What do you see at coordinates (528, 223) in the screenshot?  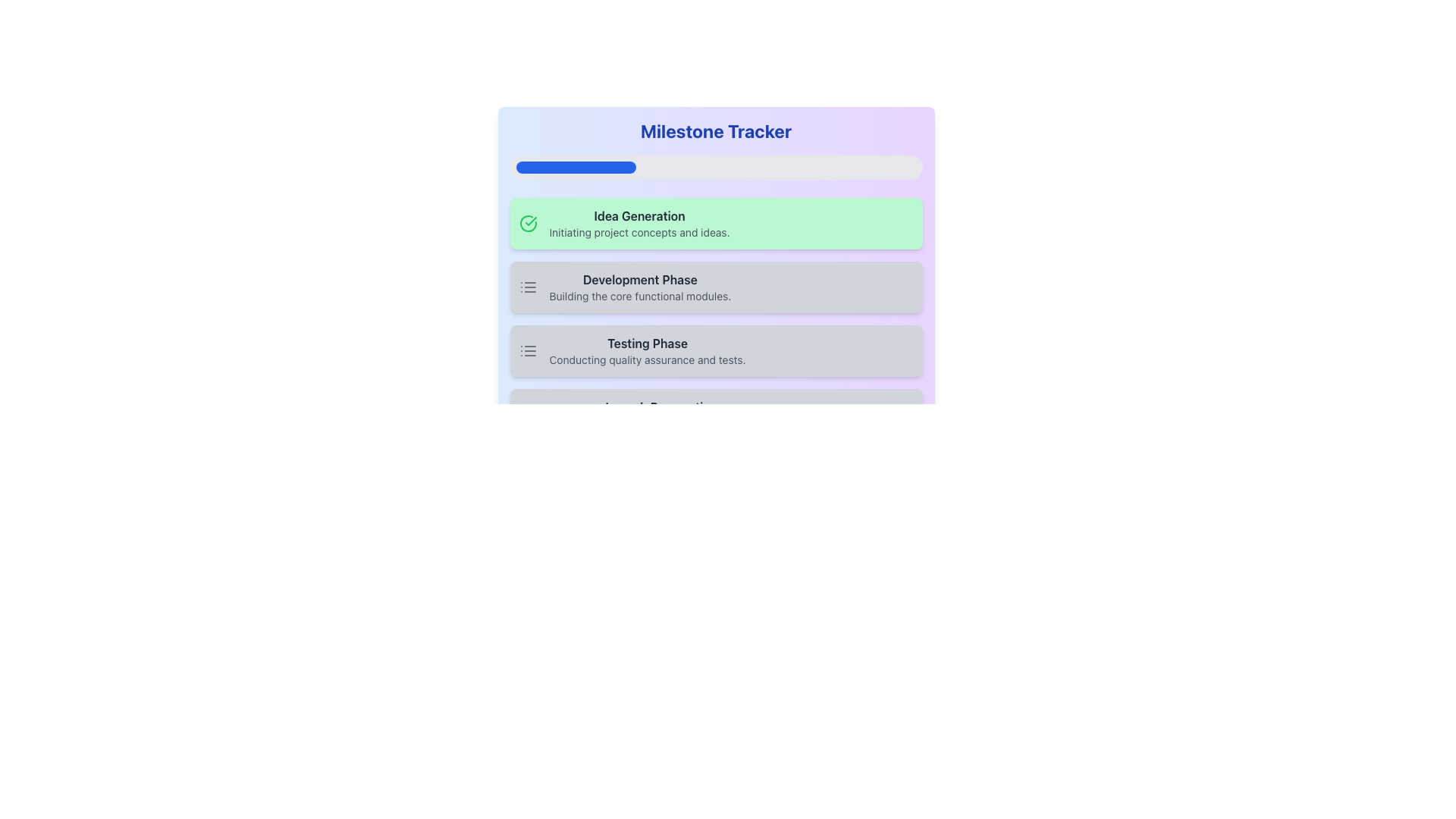 I see `the topmost part of the icon that indicates visual completion status for 'Idea Generation'` at bounding box center [528, 223].